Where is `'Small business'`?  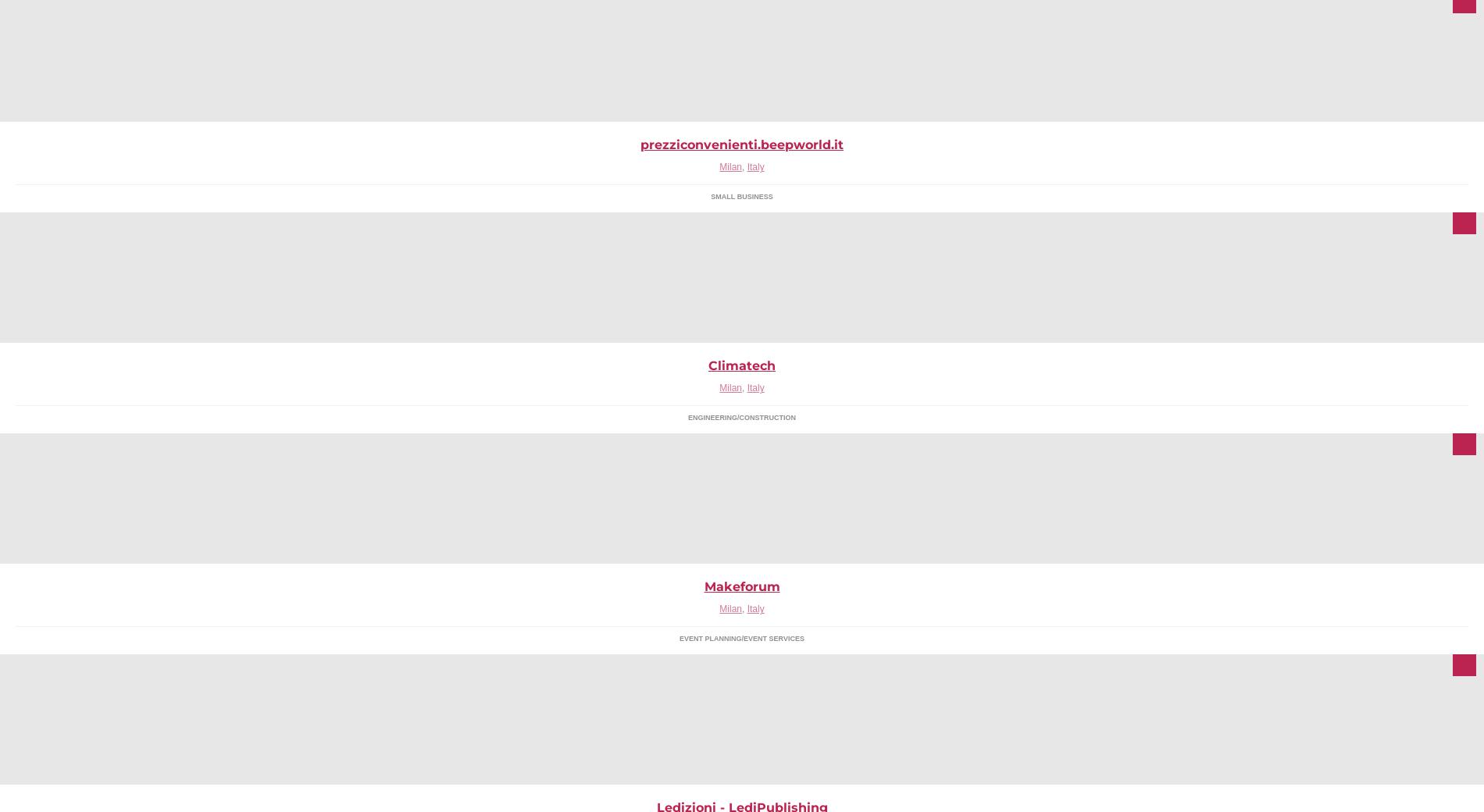
'Small business' is located at coordinates (740, 196).